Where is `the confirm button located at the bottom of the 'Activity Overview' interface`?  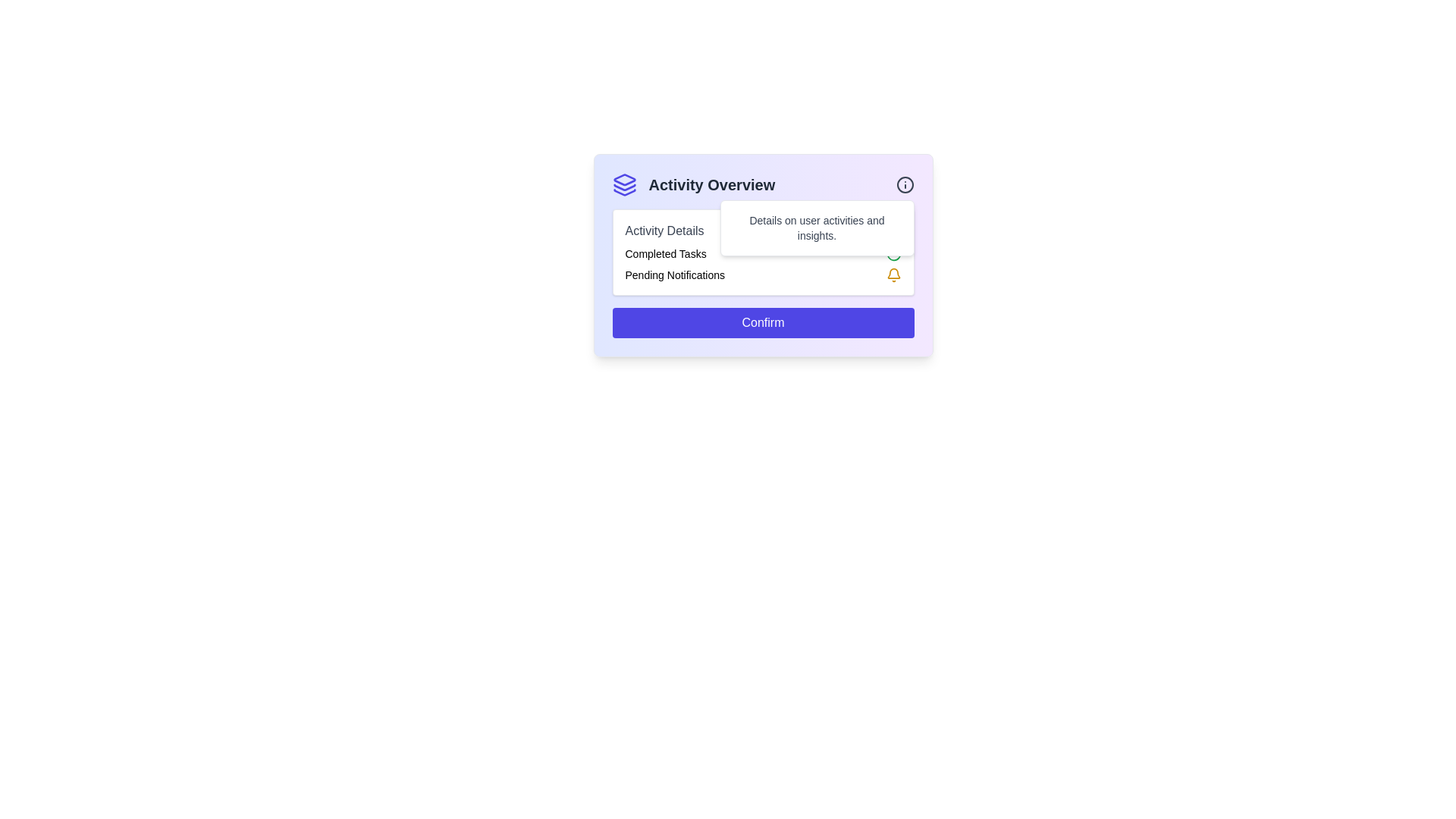
the confirm button located at the bottom of the 'Activity Overview' interface is located at coordinates (763, 322).